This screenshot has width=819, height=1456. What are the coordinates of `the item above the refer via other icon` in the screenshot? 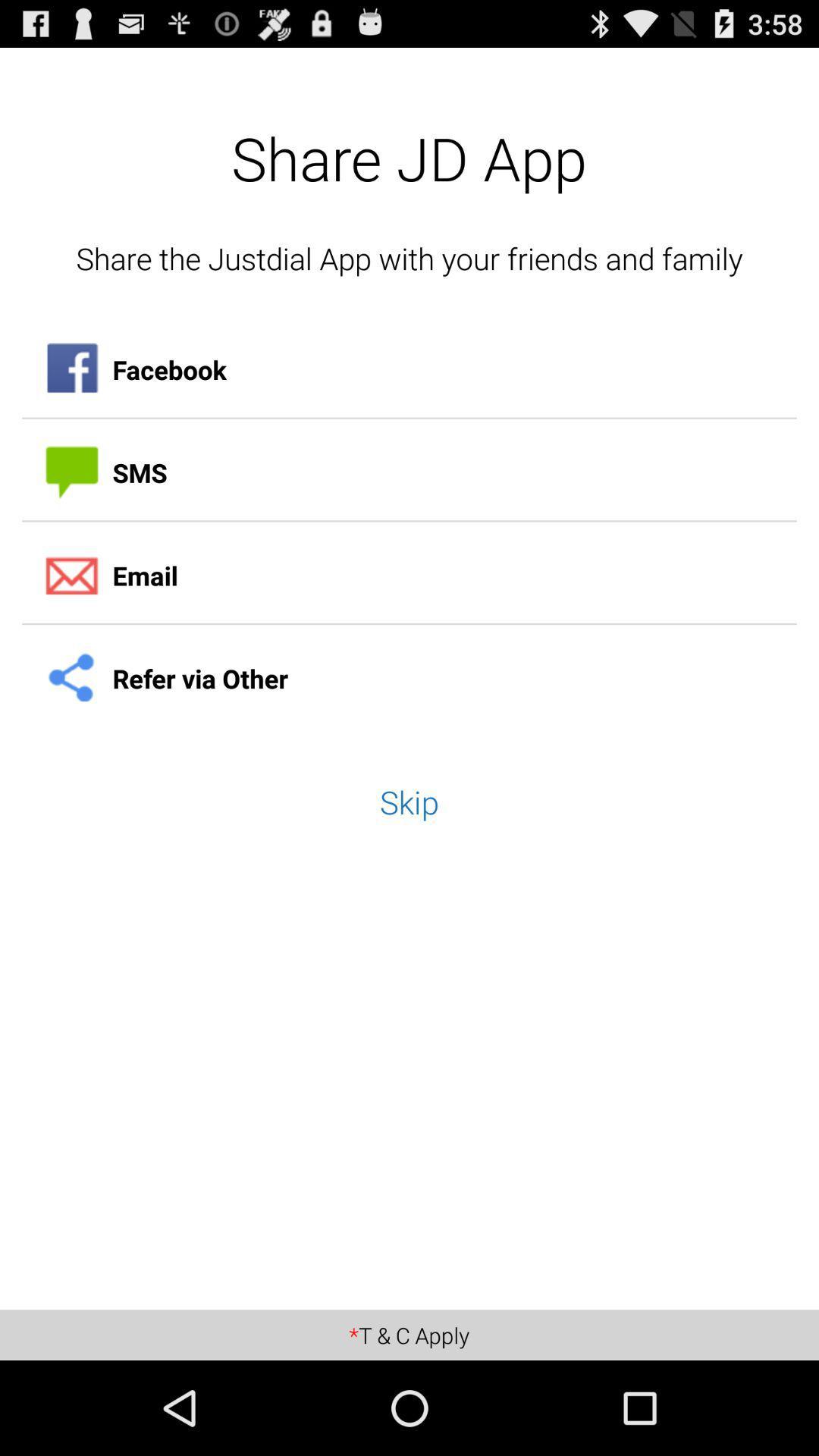 It's located at (409, 575).